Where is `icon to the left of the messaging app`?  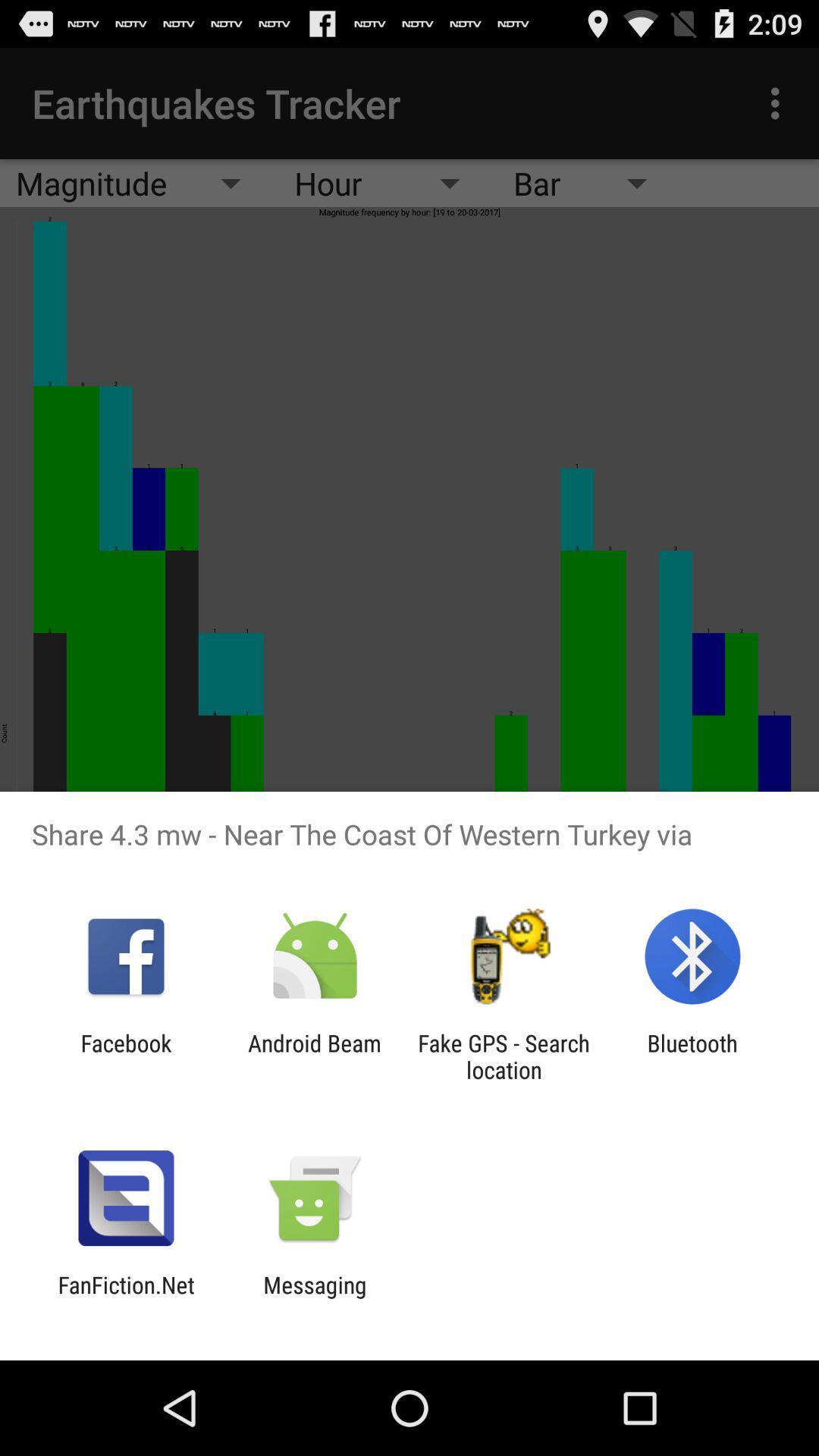
icon to the left of the messaging app is located at coordinates (125, 1298).